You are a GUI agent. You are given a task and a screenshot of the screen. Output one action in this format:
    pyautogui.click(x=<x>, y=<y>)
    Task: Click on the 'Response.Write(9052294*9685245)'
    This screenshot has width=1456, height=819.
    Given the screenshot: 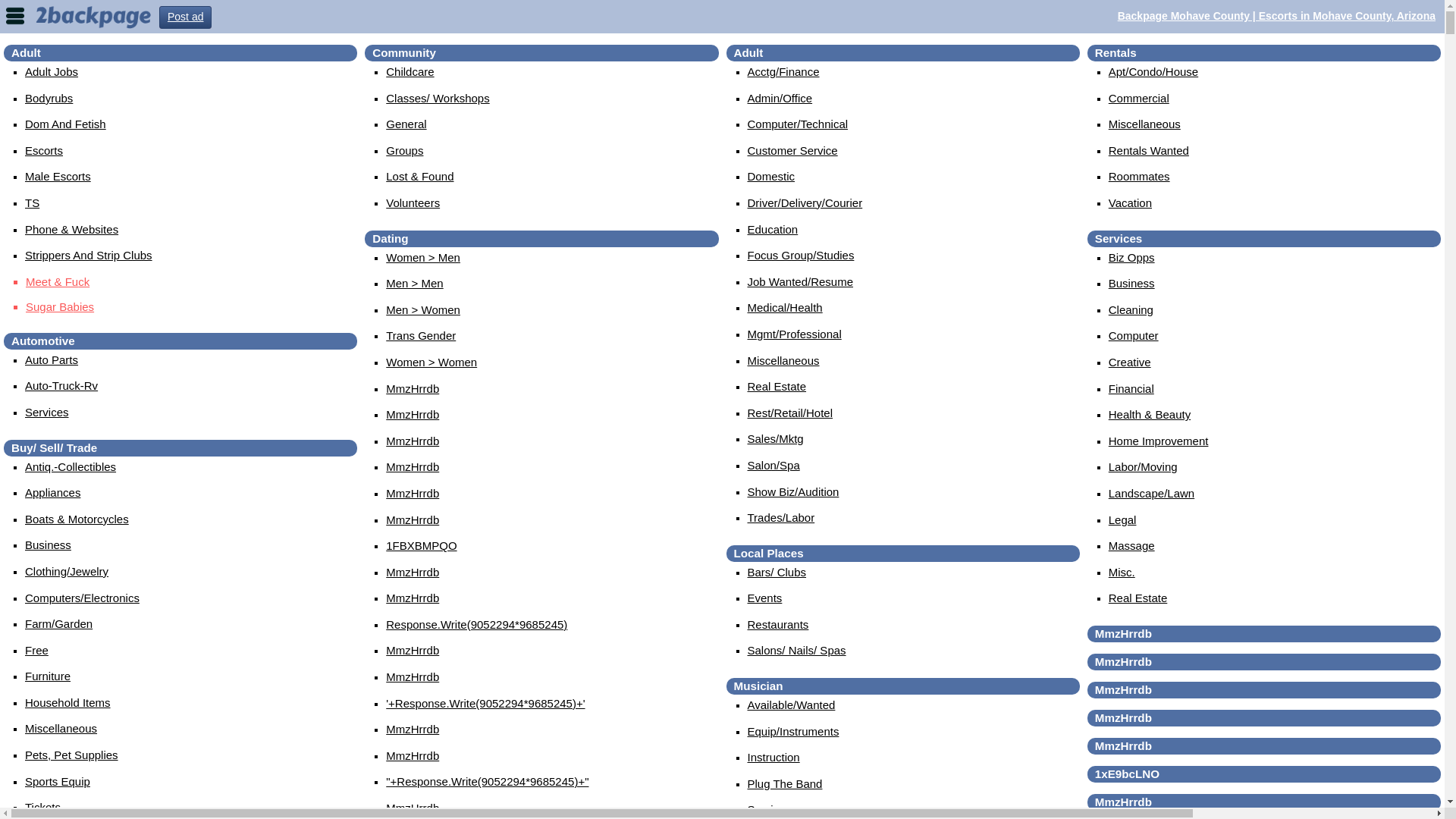 What is the action you would take?
    pyautogui.click(x=475, y=624)
    